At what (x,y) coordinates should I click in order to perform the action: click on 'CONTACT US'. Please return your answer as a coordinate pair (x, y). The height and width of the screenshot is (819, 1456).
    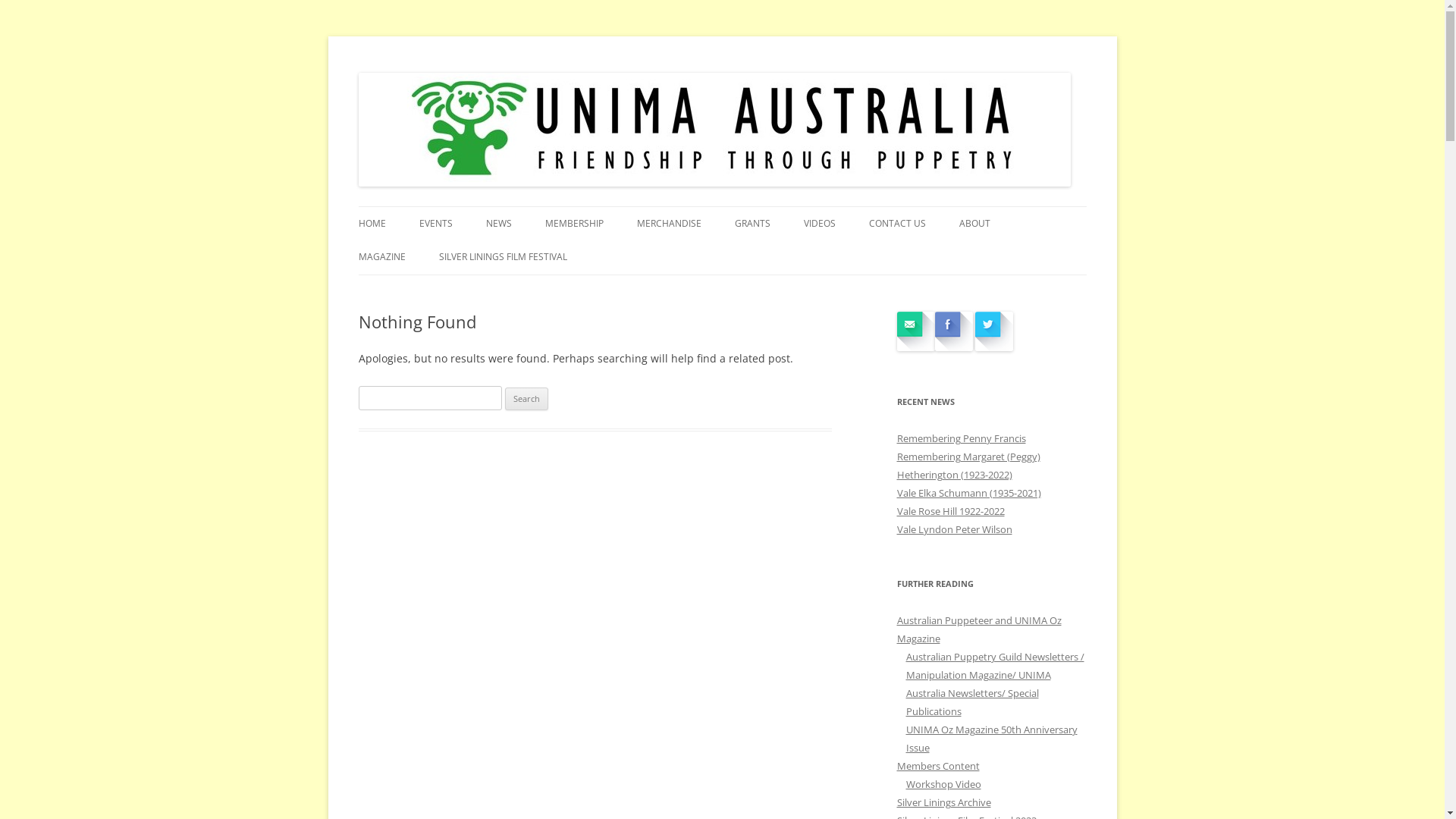
    Looking at the image, I should click on (897, 223).